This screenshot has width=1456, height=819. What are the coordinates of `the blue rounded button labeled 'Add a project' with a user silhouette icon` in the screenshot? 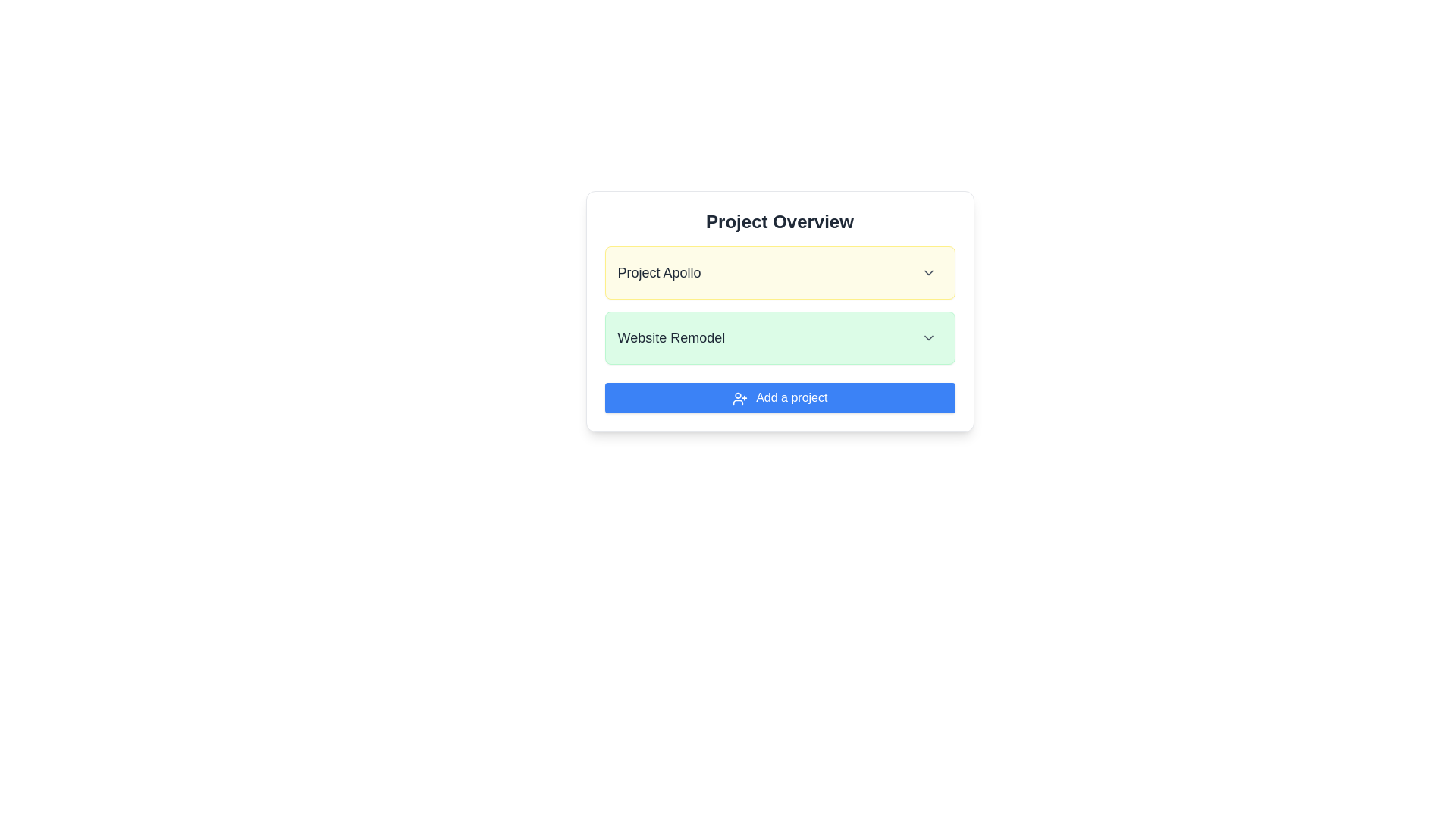 It's located at (780, 397).